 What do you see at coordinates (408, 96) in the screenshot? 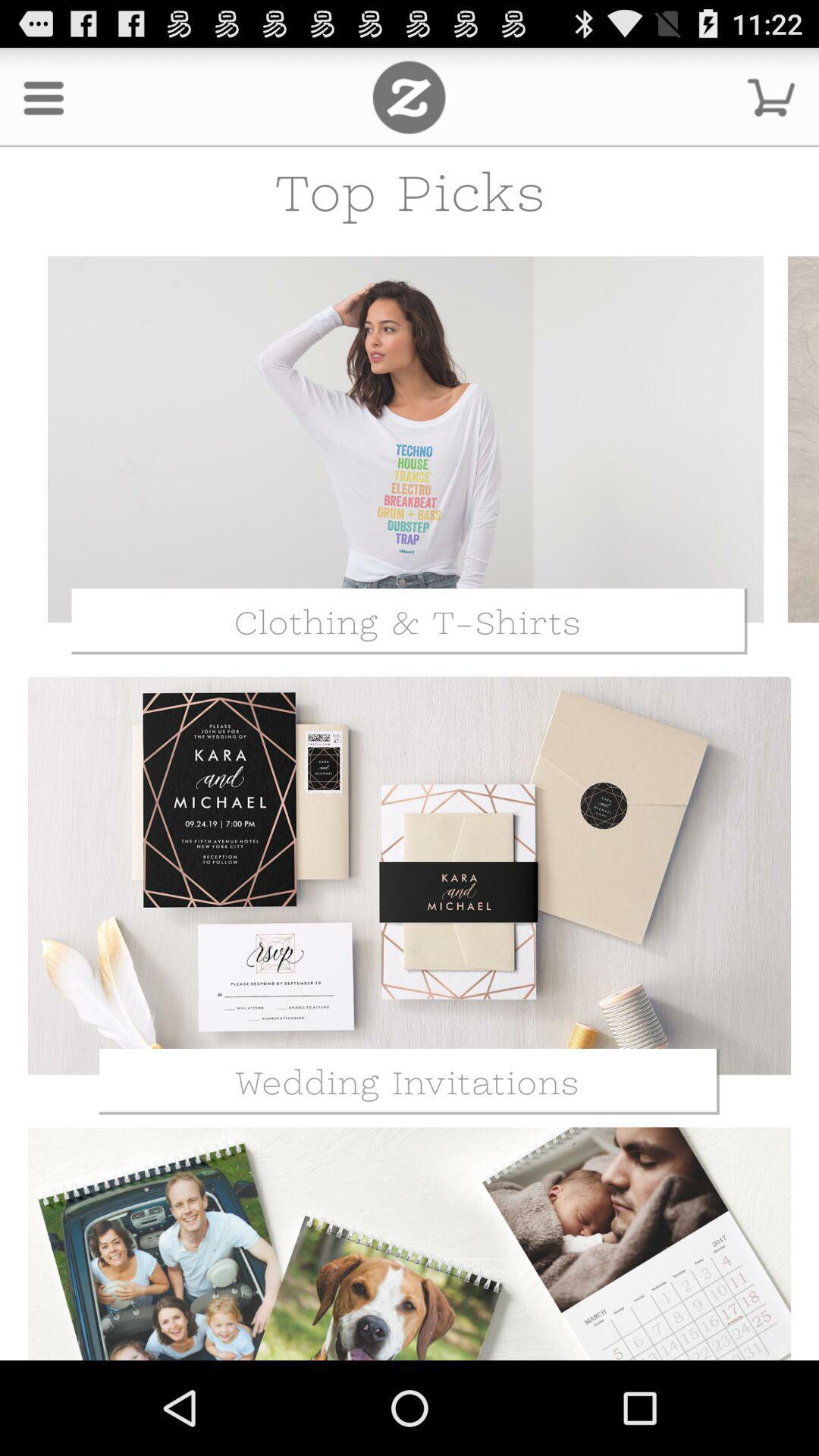
I see `main menu button` at bounding box center [408, 96].